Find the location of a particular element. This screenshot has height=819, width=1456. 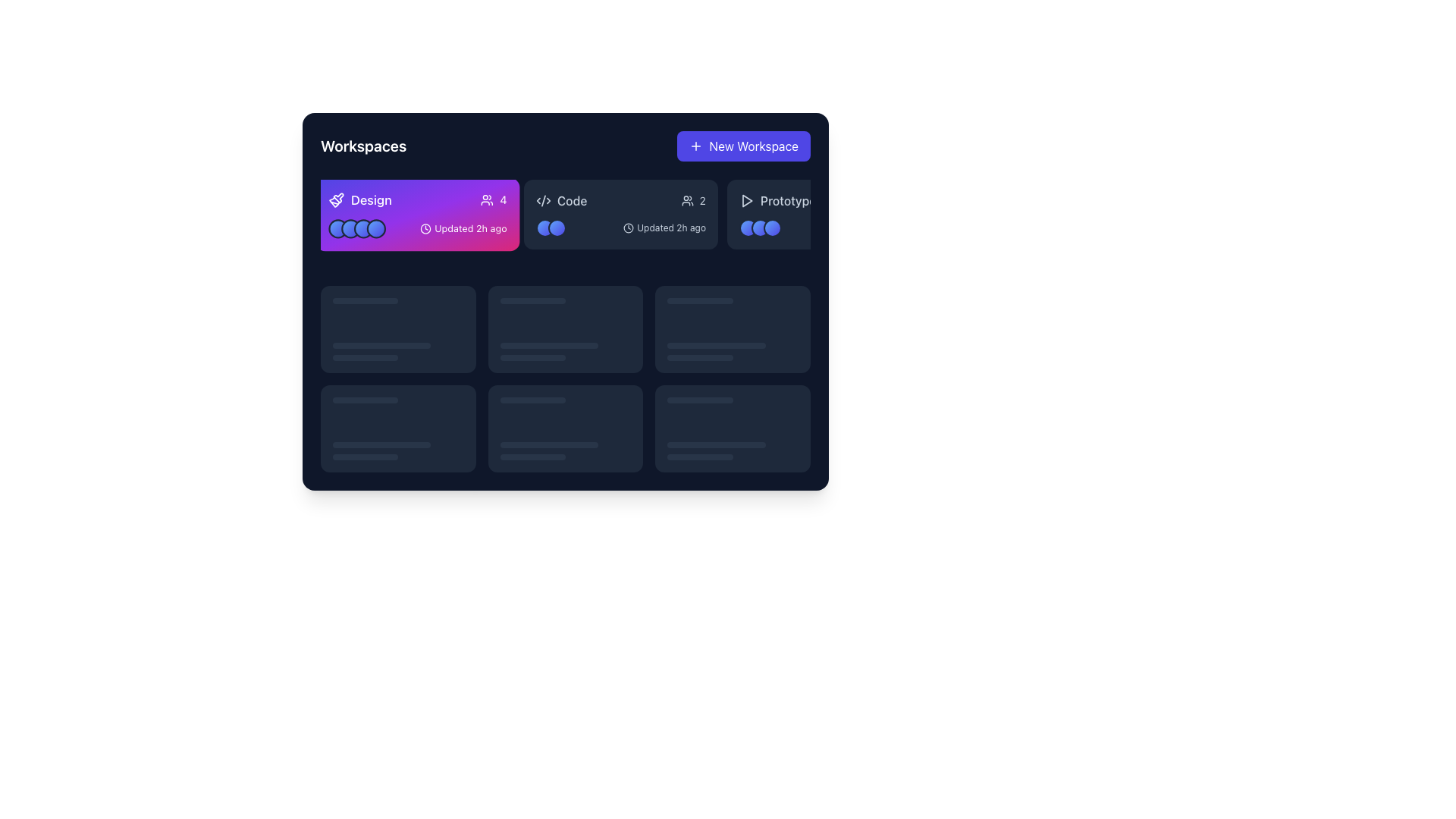

the decorative indicator or user avatar, which is a small circular component with a gradient background from blue to indigo, located within the 'Code' workspace card is located at coordinates (556, 227).